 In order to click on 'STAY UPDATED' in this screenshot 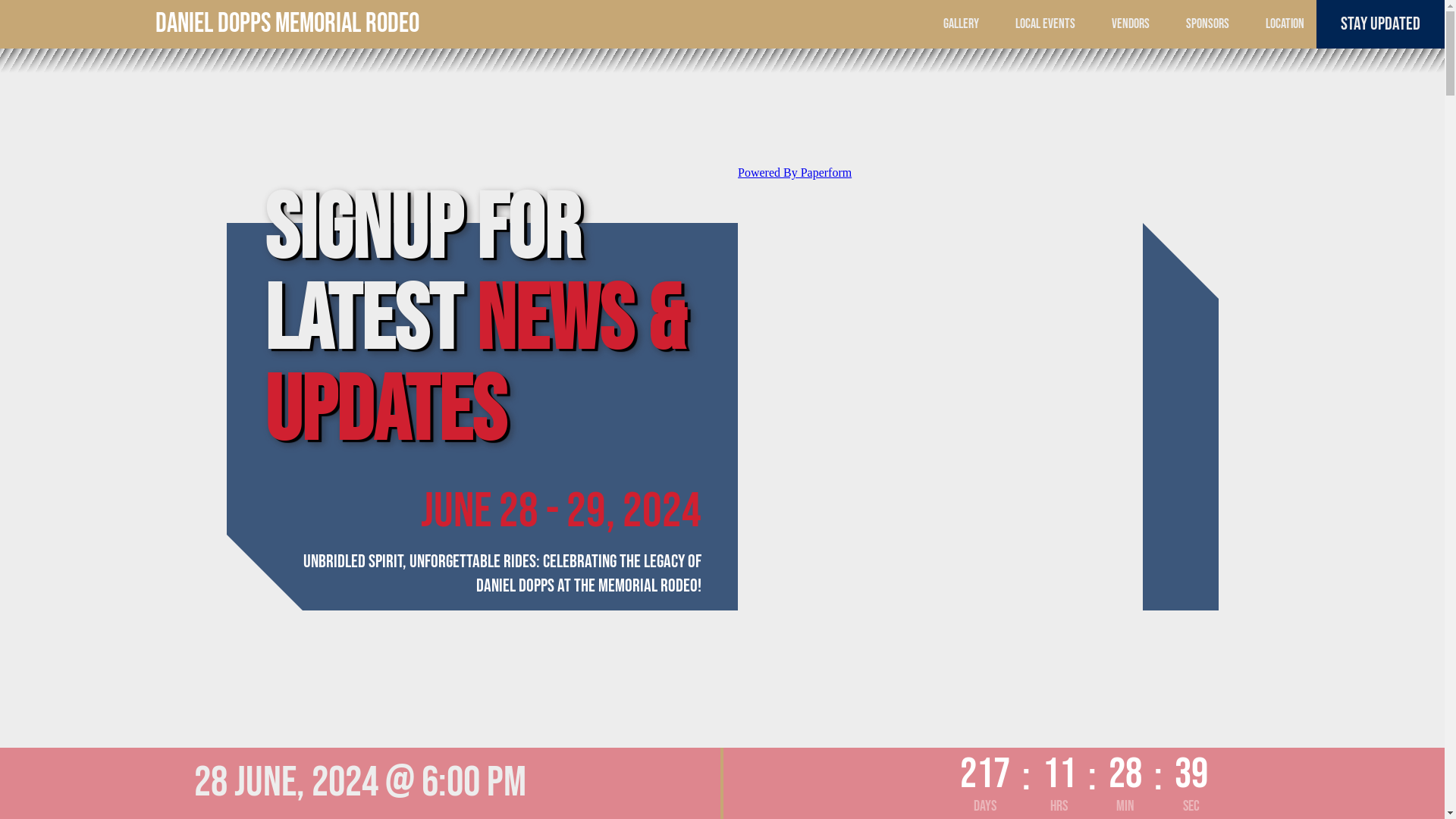, I will do `click(1380, 24)`.